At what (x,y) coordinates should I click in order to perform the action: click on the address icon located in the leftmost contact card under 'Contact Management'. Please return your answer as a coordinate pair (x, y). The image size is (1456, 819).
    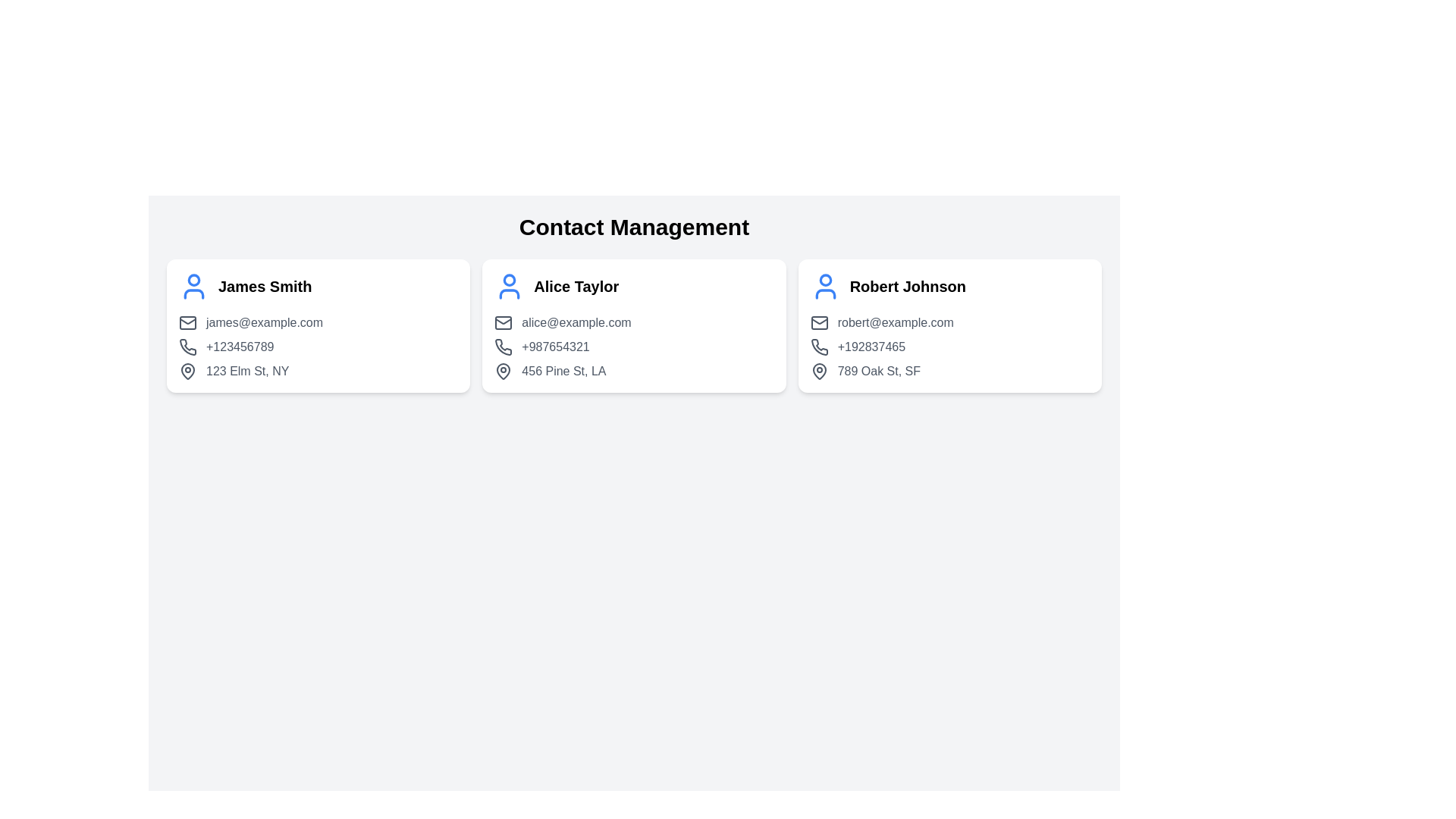
    Looking at the image, I should click on (187, 371).